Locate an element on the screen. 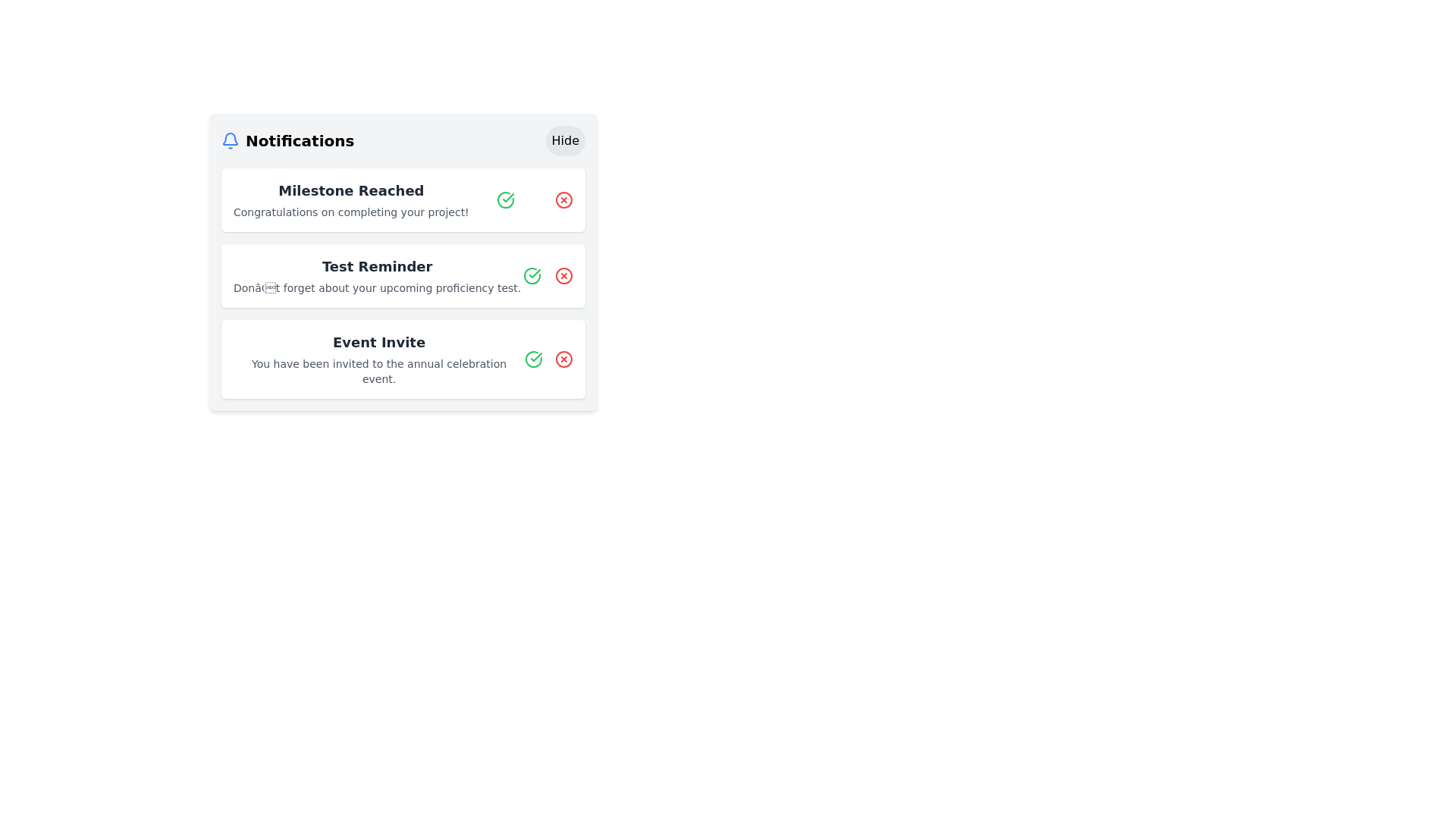  the positive confirmation status icon associated with the 'Test Reminder' notification by moving the cursor to its center point is located at coordinates (532, 275).